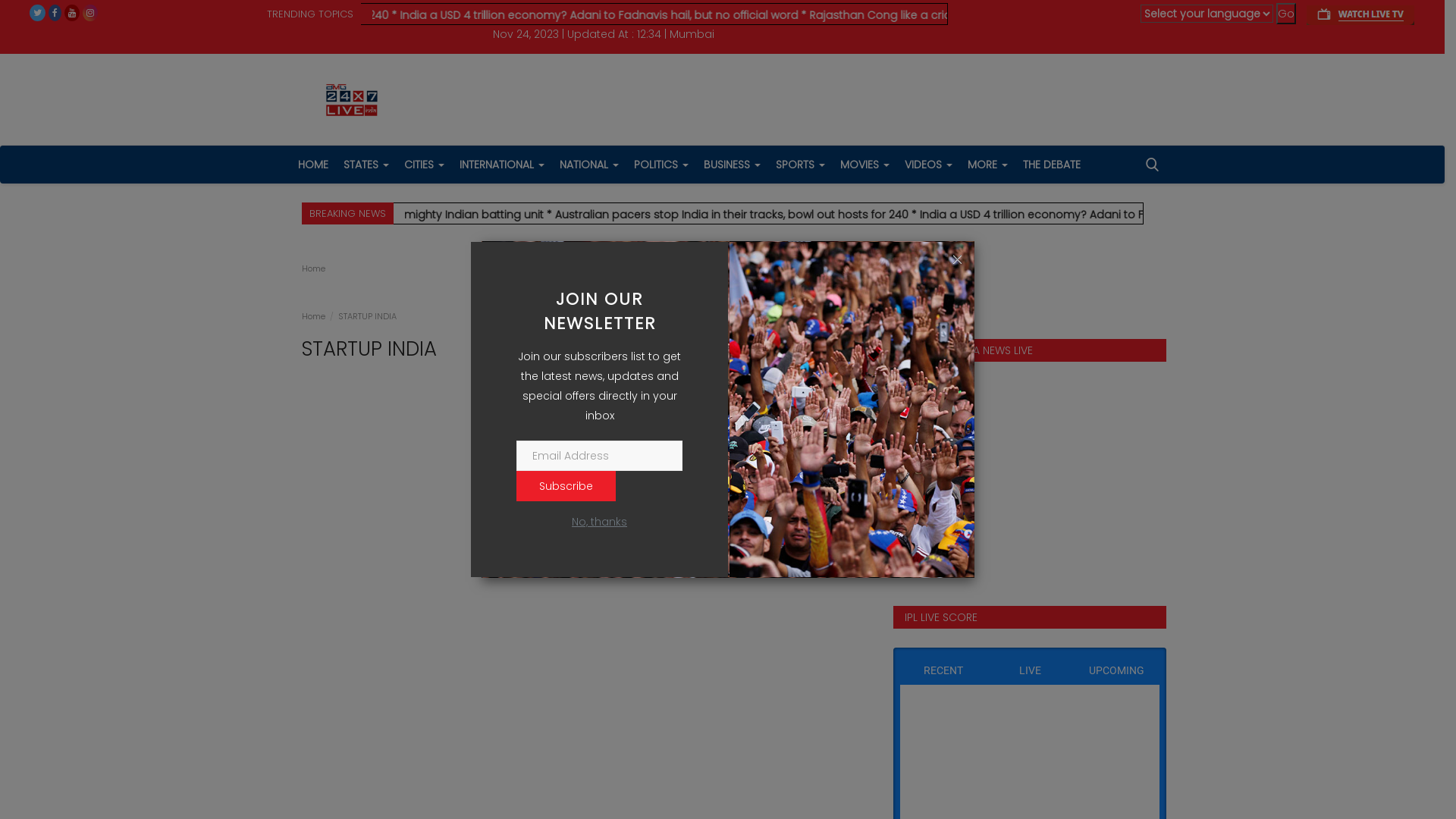  Describe the element at coordinates (987, 164) in the screenshot. I see `'MORE'` at that location.